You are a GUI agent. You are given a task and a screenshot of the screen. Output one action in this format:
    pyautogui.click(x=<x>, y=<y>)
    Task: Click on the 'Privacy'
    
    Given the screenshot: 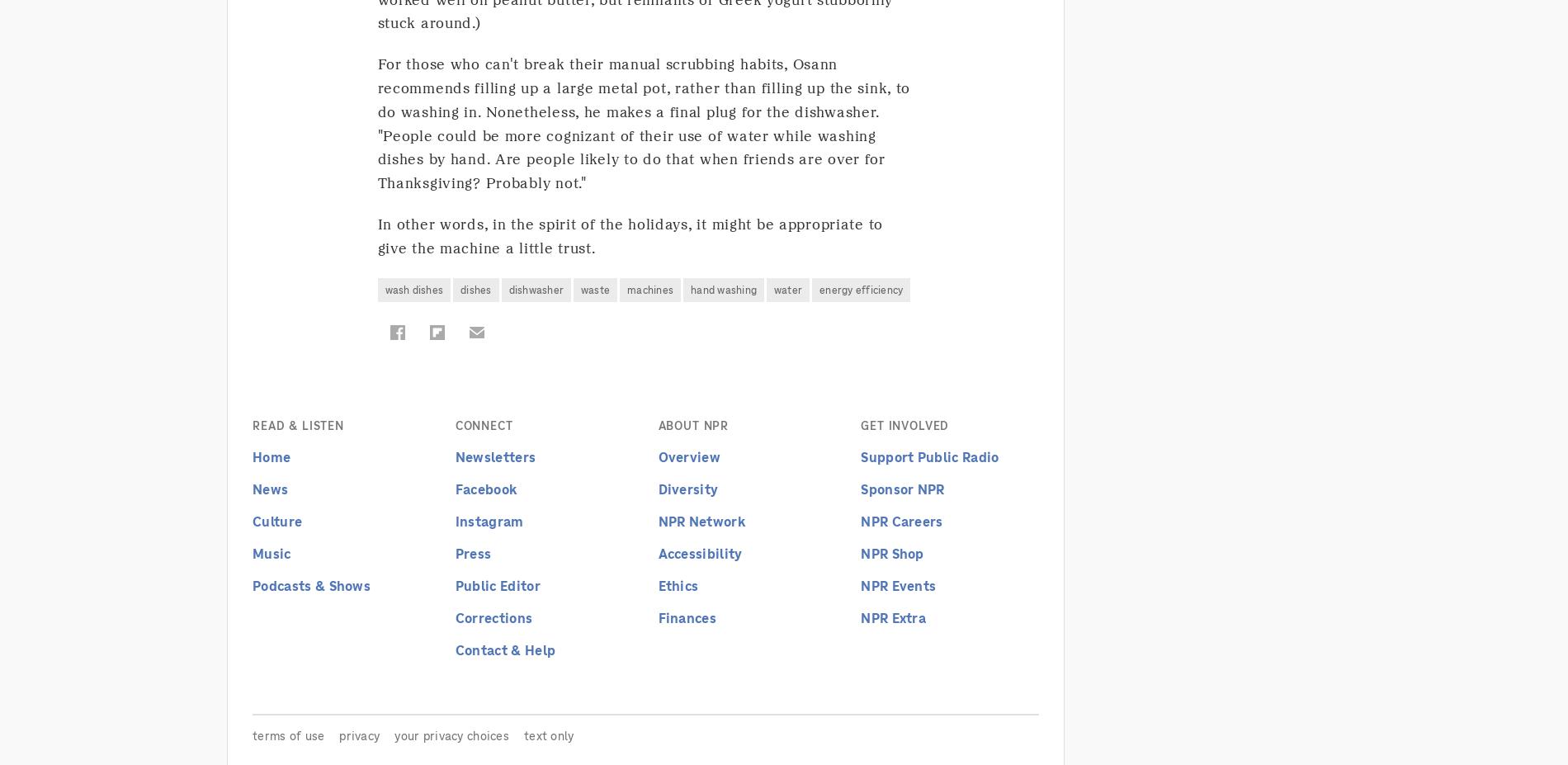 What is the action you would take?
    pyautogui.click(x=358, y=735)
    